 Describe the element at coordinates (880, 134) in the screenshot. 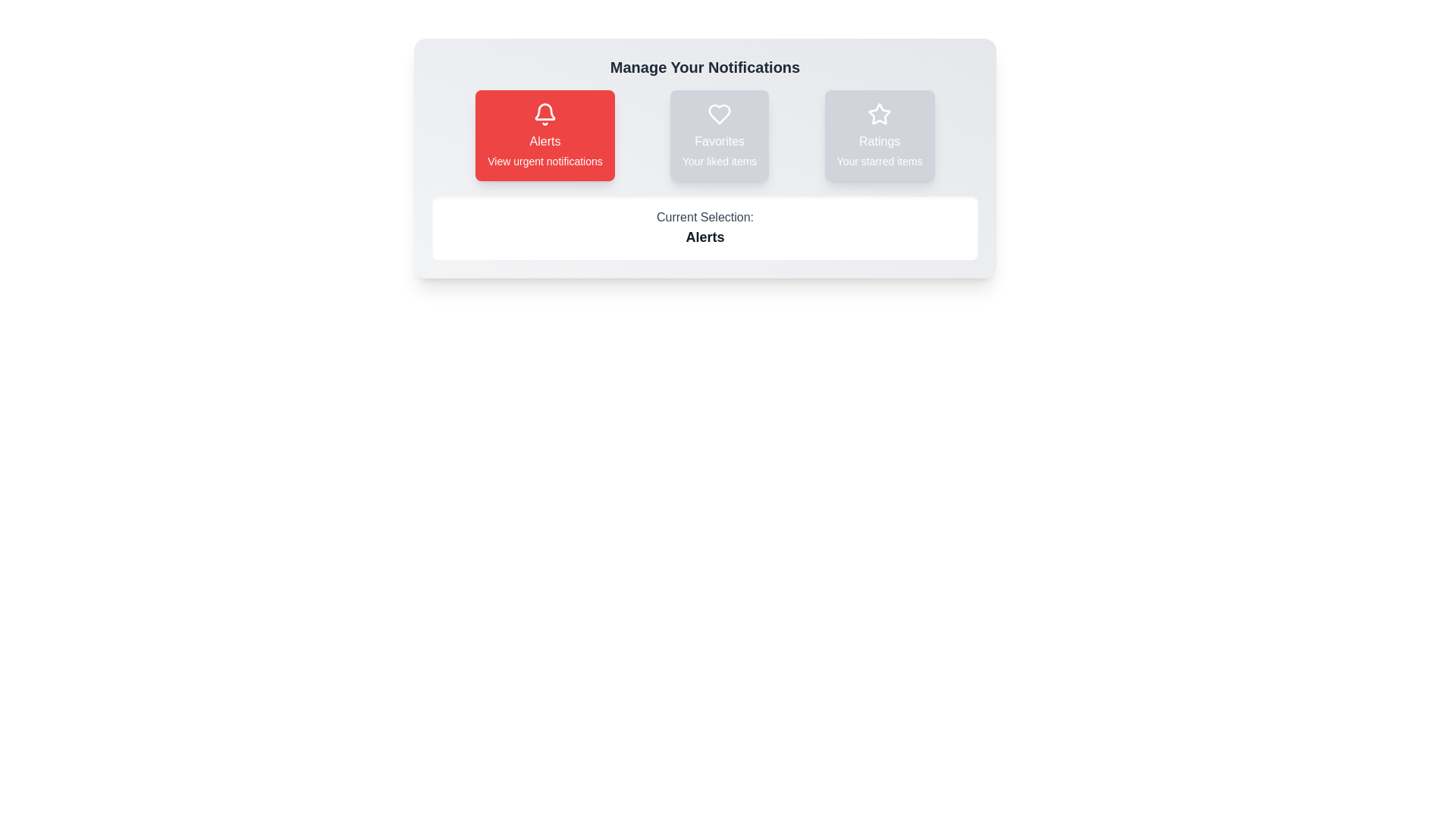

I see `the notification type Ratings by clicking on its respective button` at that location.